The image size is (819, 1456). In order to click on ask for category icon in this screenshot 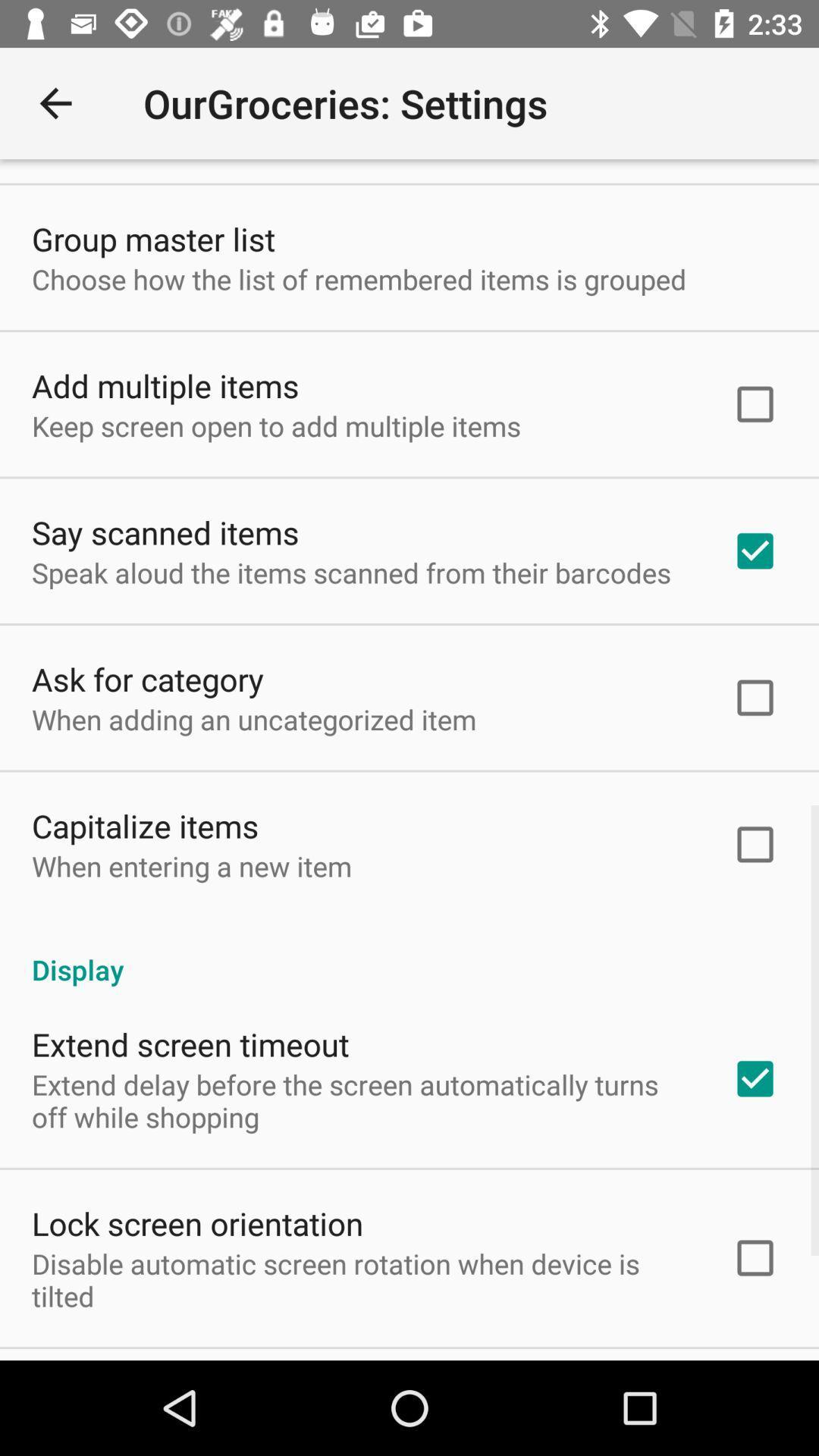, I will do `click(148, 678)`.